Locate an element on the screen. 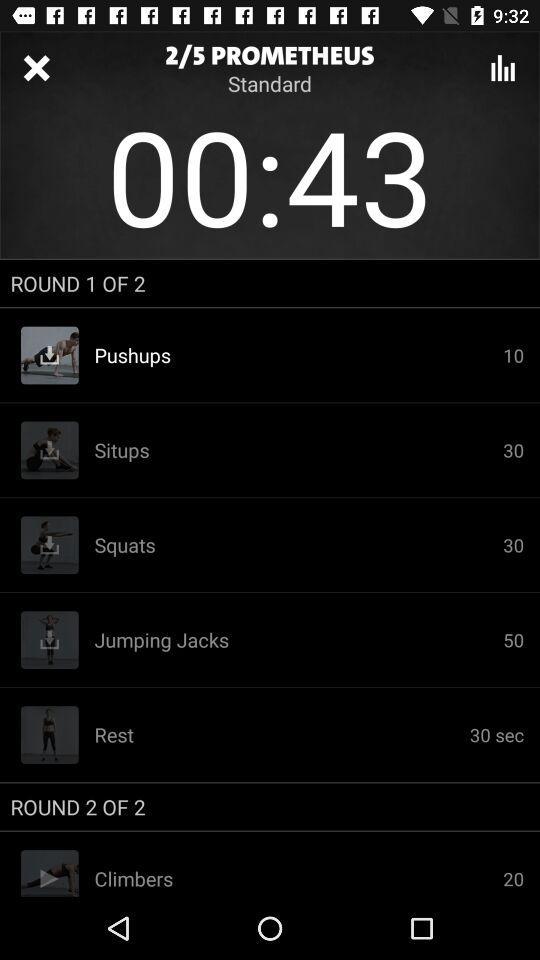  menu is located at coordinates (502, 68).